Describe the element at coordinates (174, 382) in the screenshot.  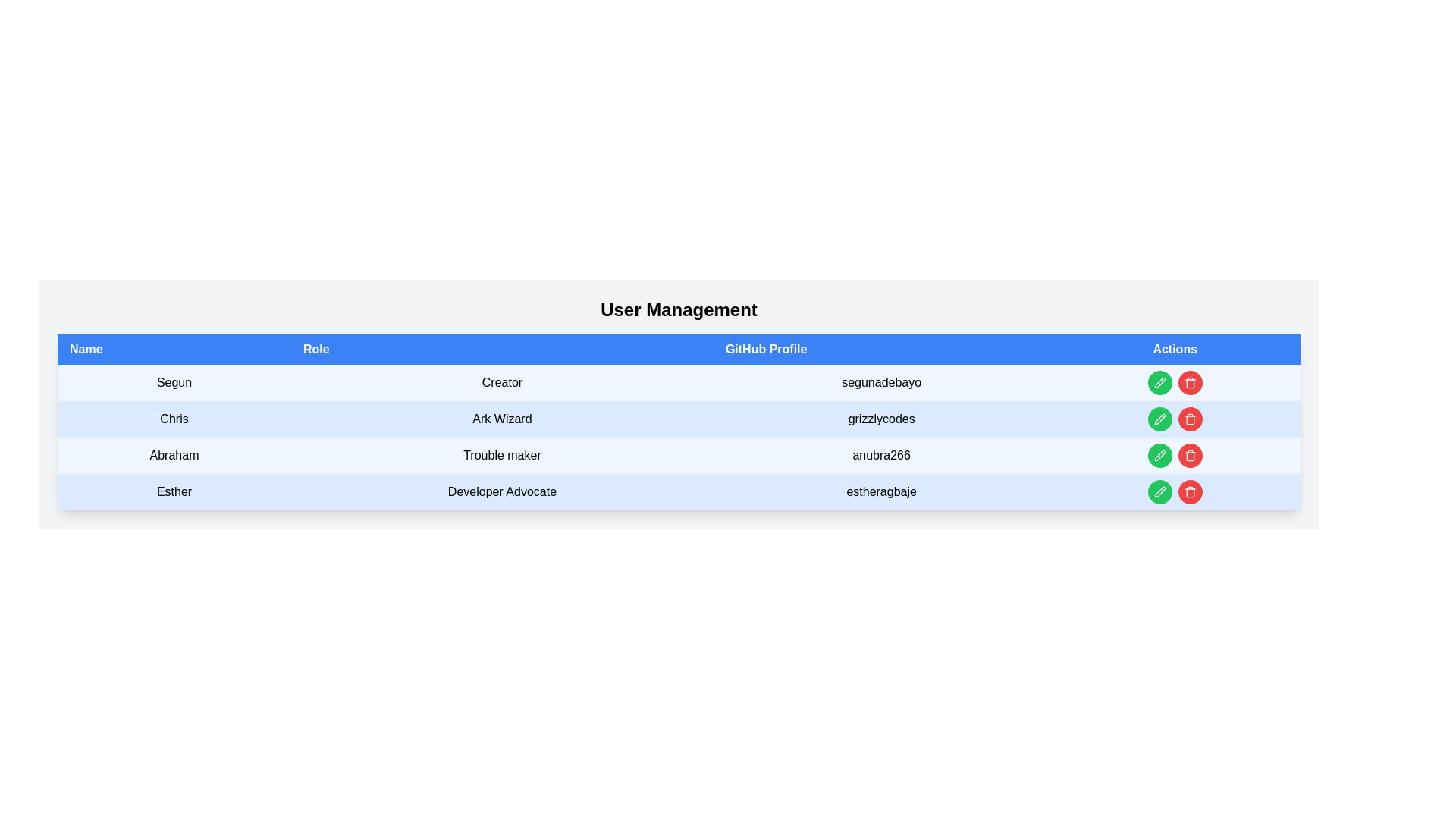
I see `the text label displaying 'Segun' in black on a light blue background, located in the first row of the table under the 'Name' column` at that location.